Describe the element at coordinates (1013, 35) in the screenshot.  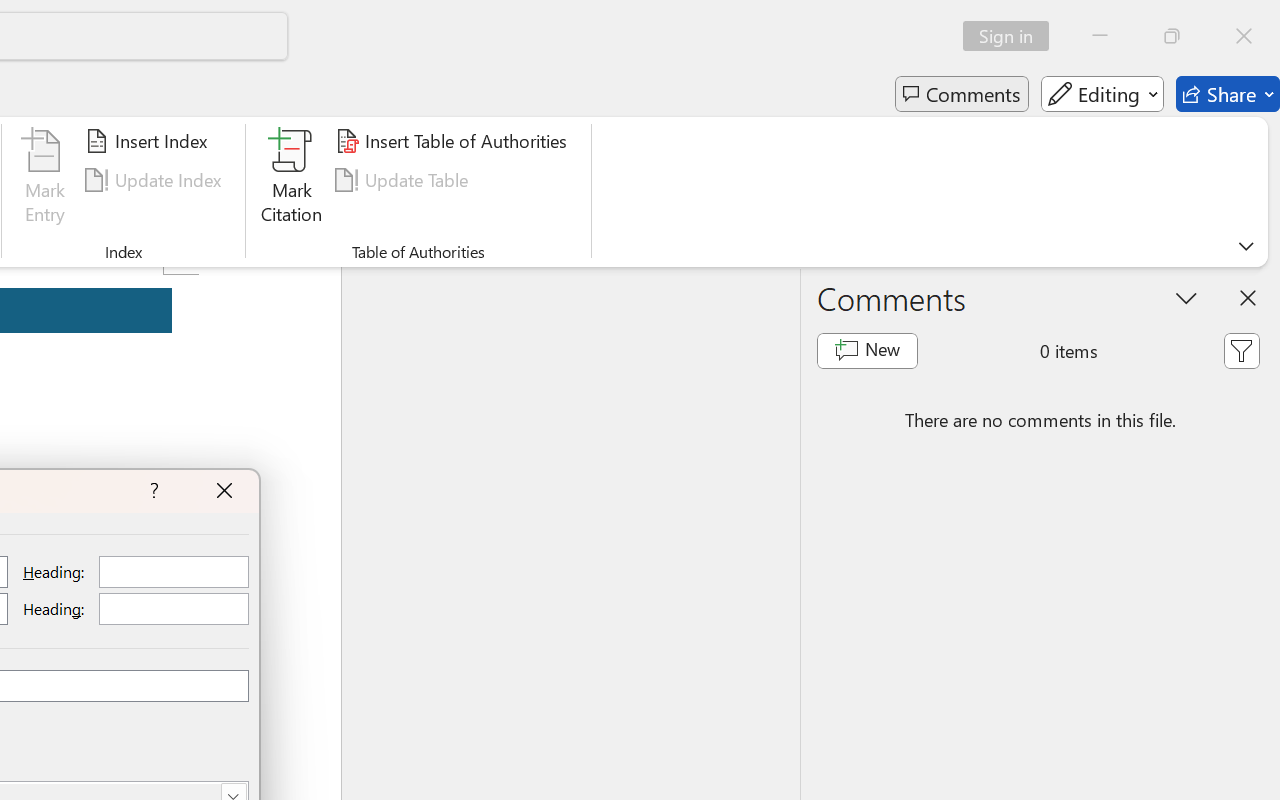
I see `'Sign in'` at that location.